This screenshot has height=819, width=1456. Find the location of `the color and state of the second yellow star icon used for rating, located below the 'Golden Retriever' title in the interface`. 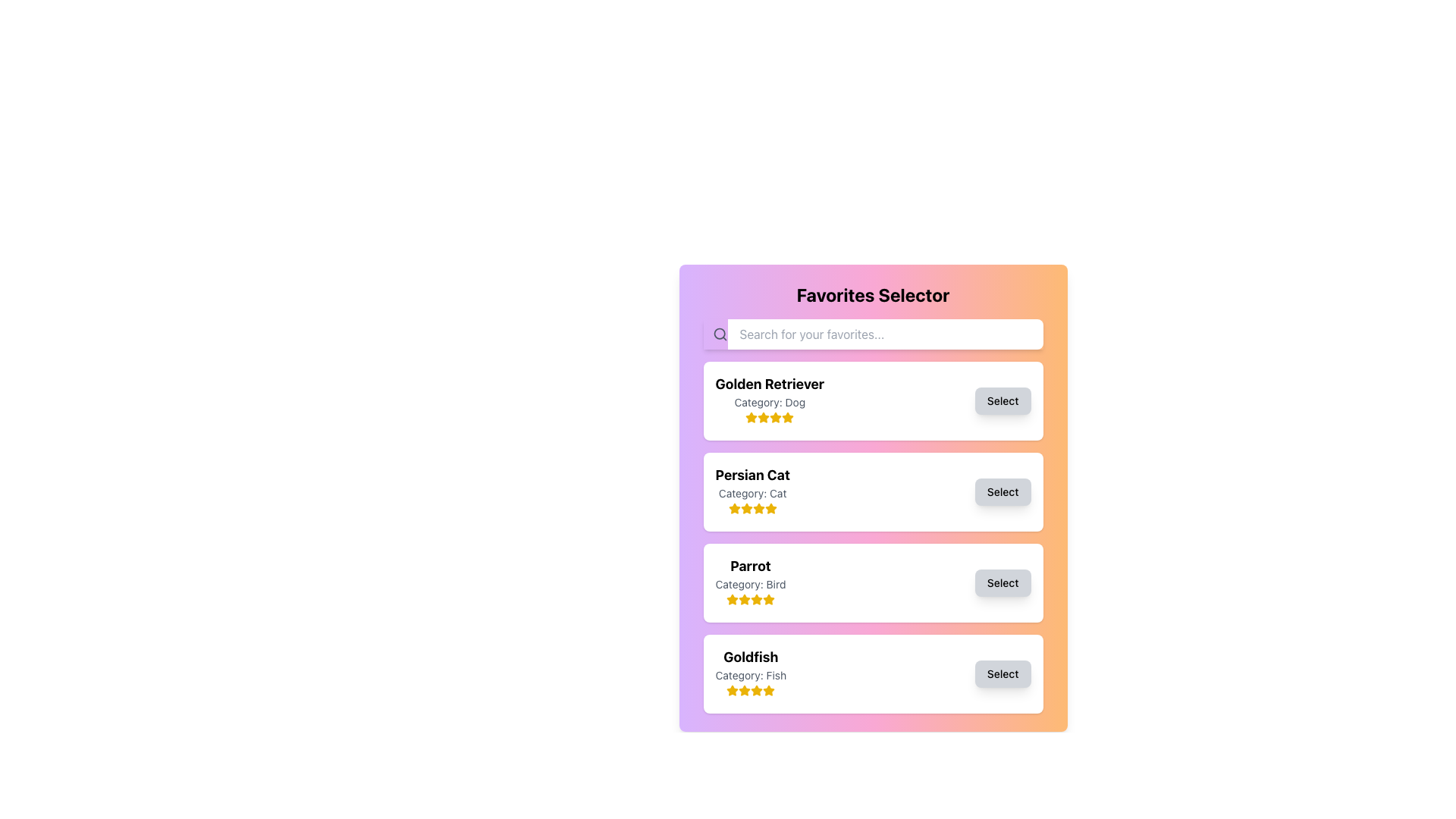

the color and state of the second yellow star icon used for rating, located below the 'Golden Retriever' title in the interface is located at coordinates (764, 417).